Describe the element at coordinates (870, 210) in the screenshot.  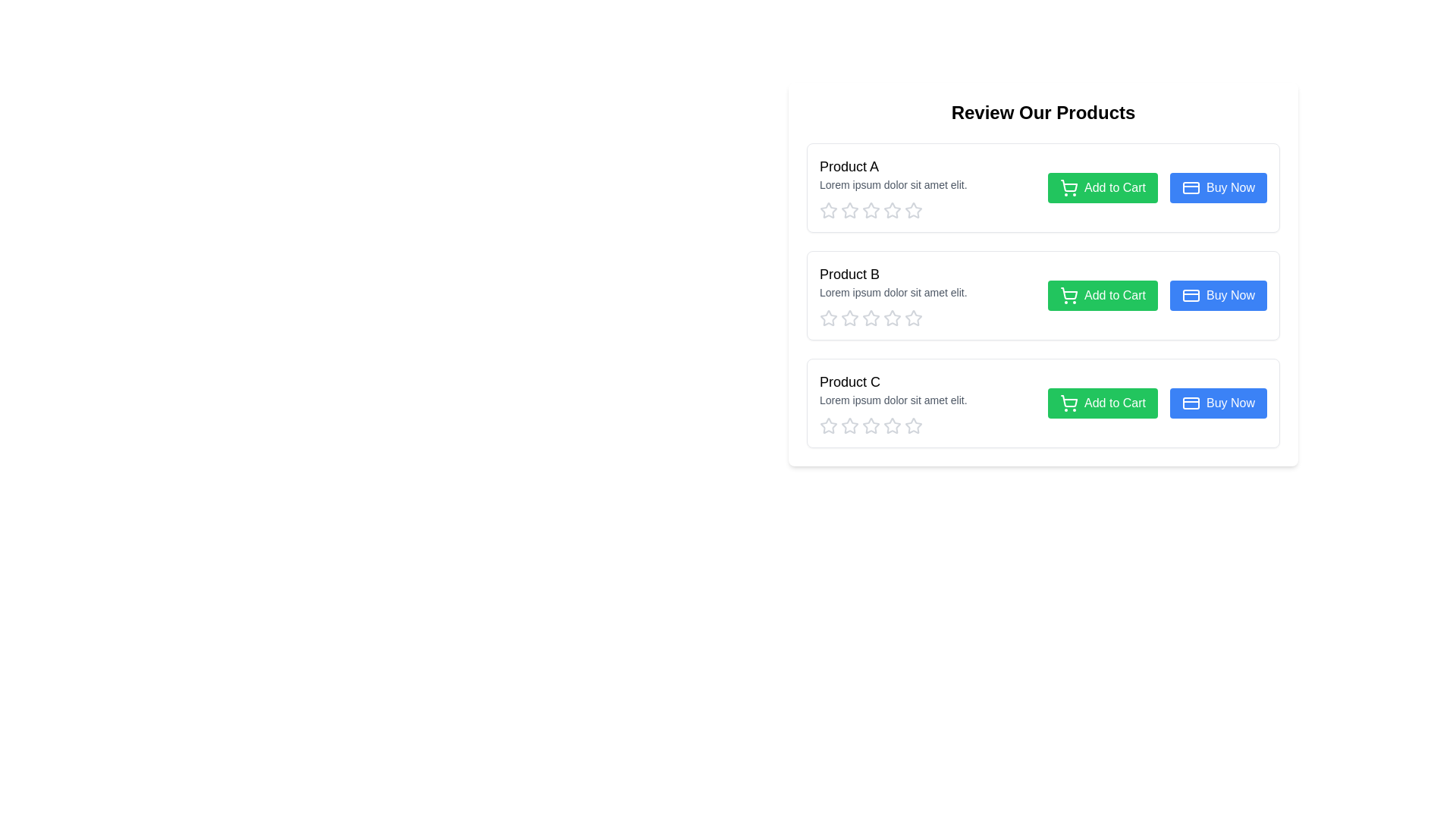
I see `the second star icon in the star rating component beneath the text 'Product A' in the 'Review Our Products' section to rate it` at that location.